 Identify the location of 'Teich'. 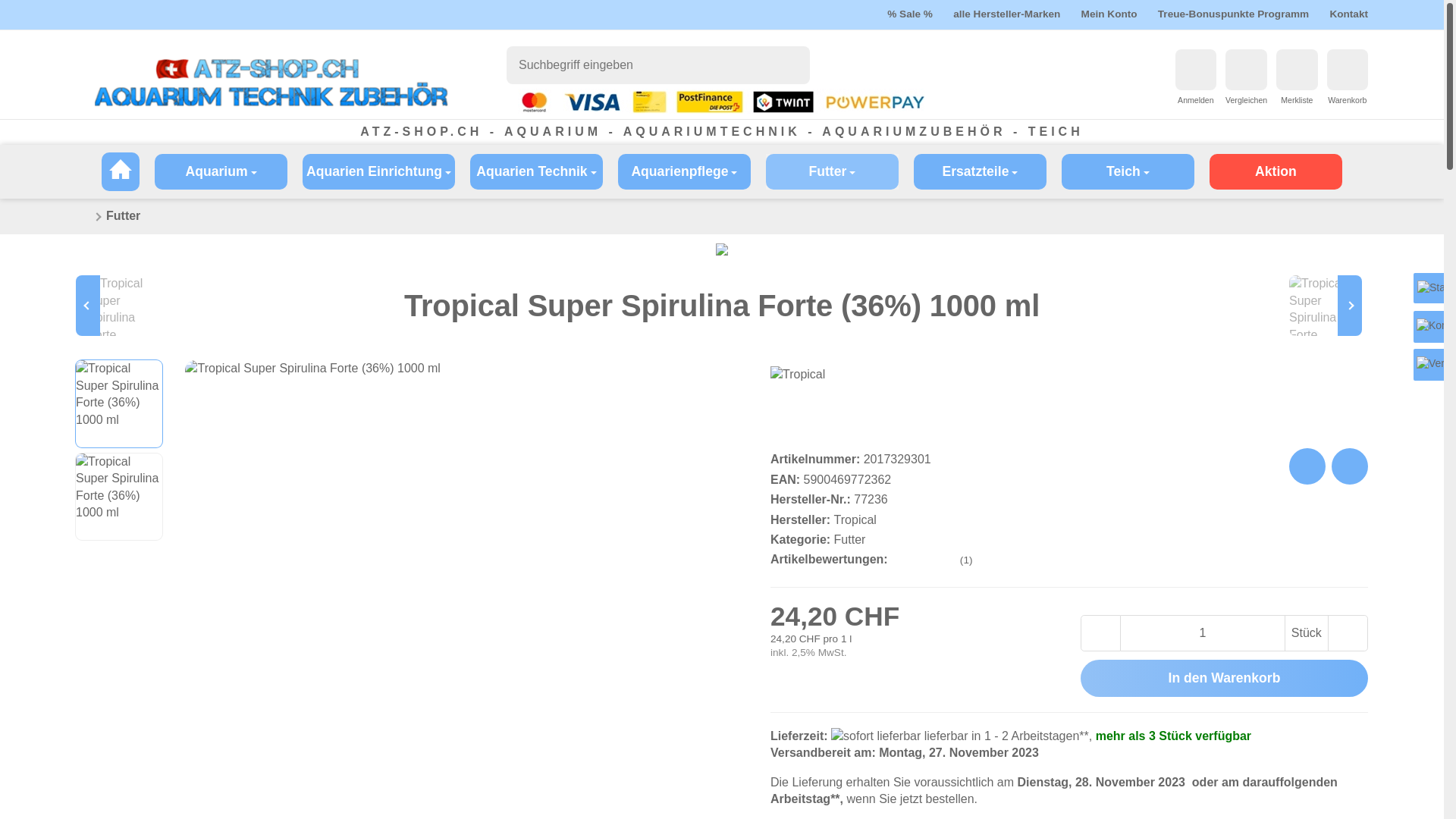
(1128, 171).